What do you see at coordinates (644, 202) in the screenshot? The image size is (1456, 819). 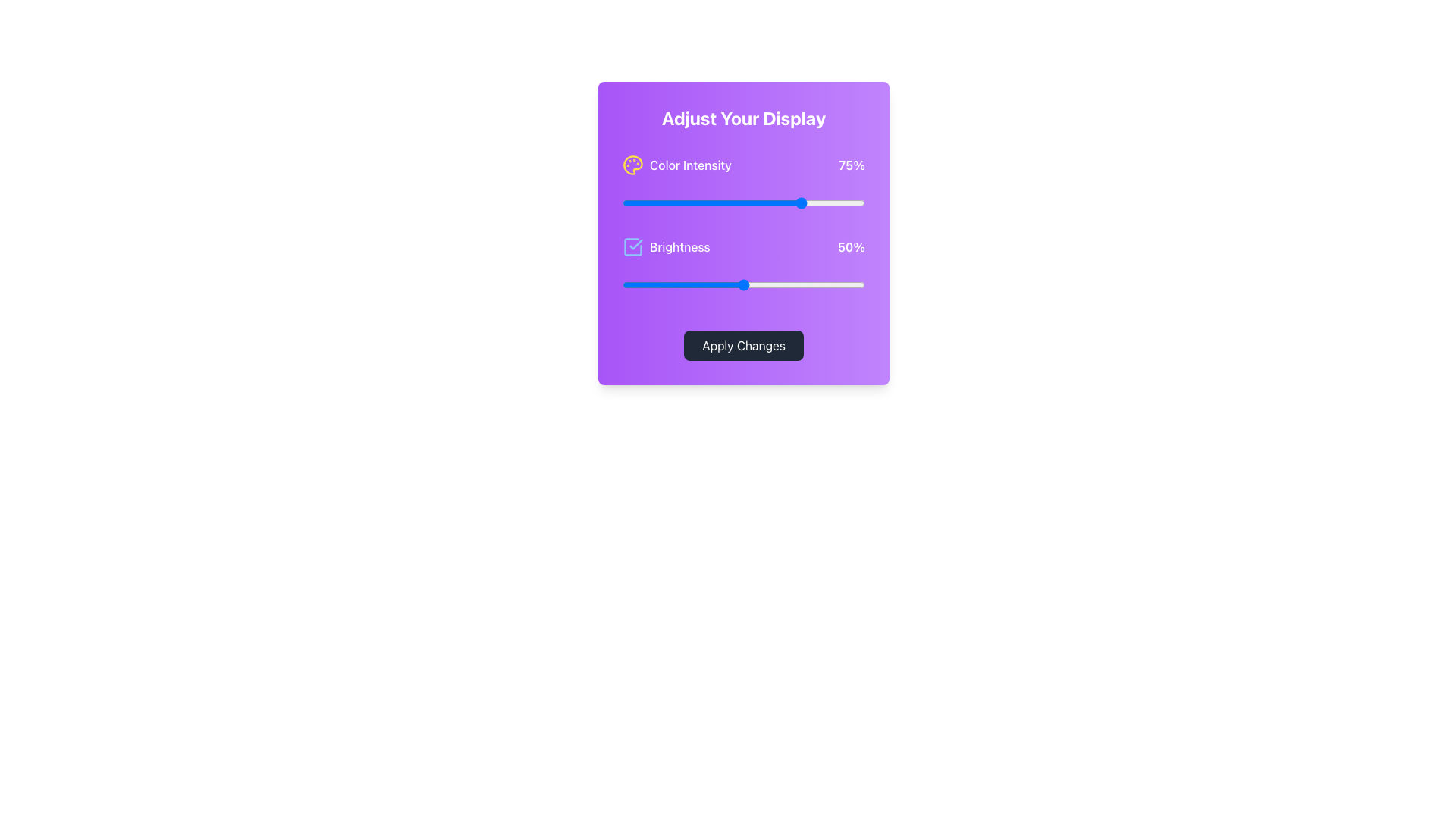 I see `the slider` at bounding box center [644, 202].